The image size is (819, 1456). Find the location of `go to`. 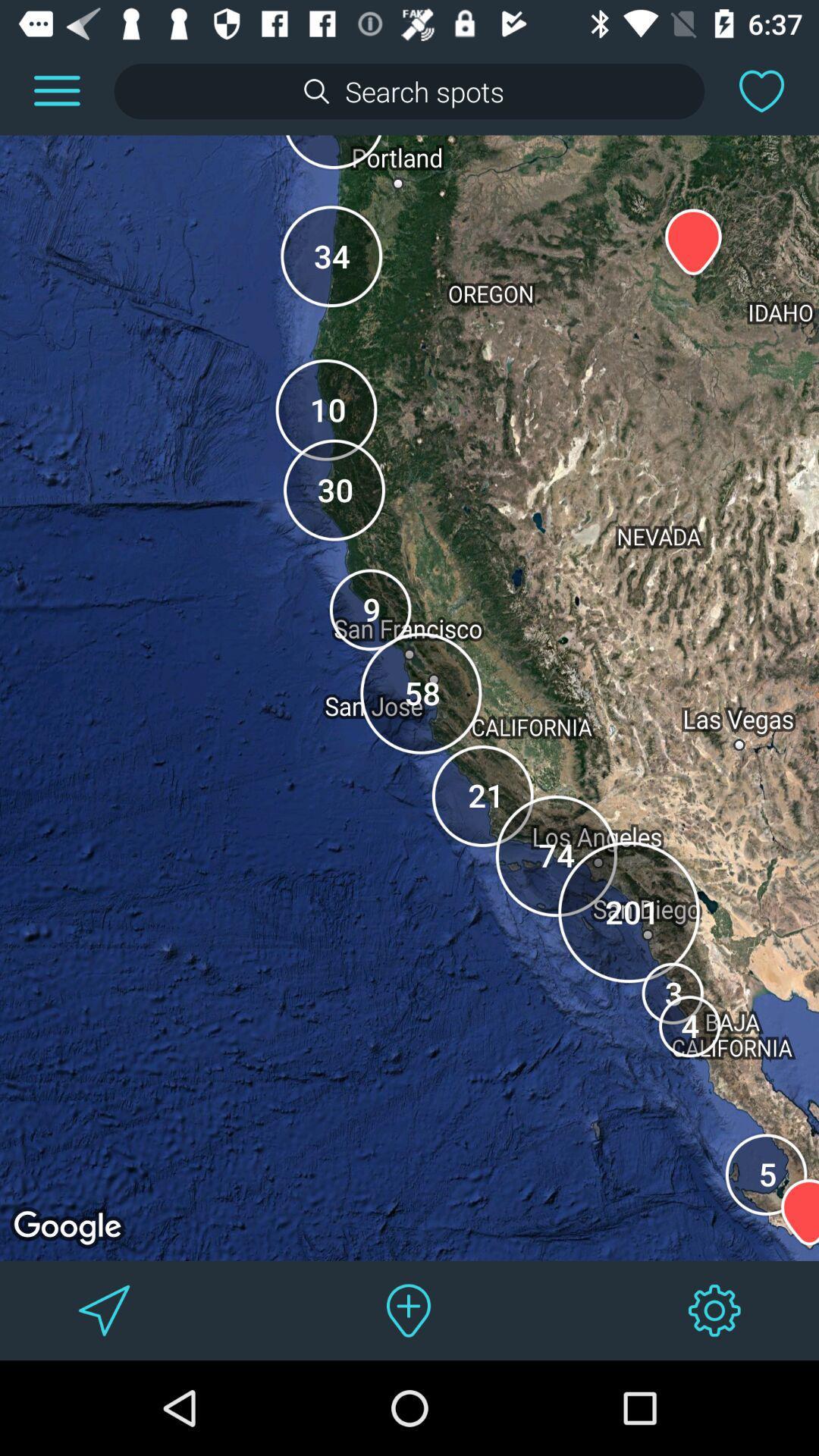

go to is located at coordinates (103, 1310).